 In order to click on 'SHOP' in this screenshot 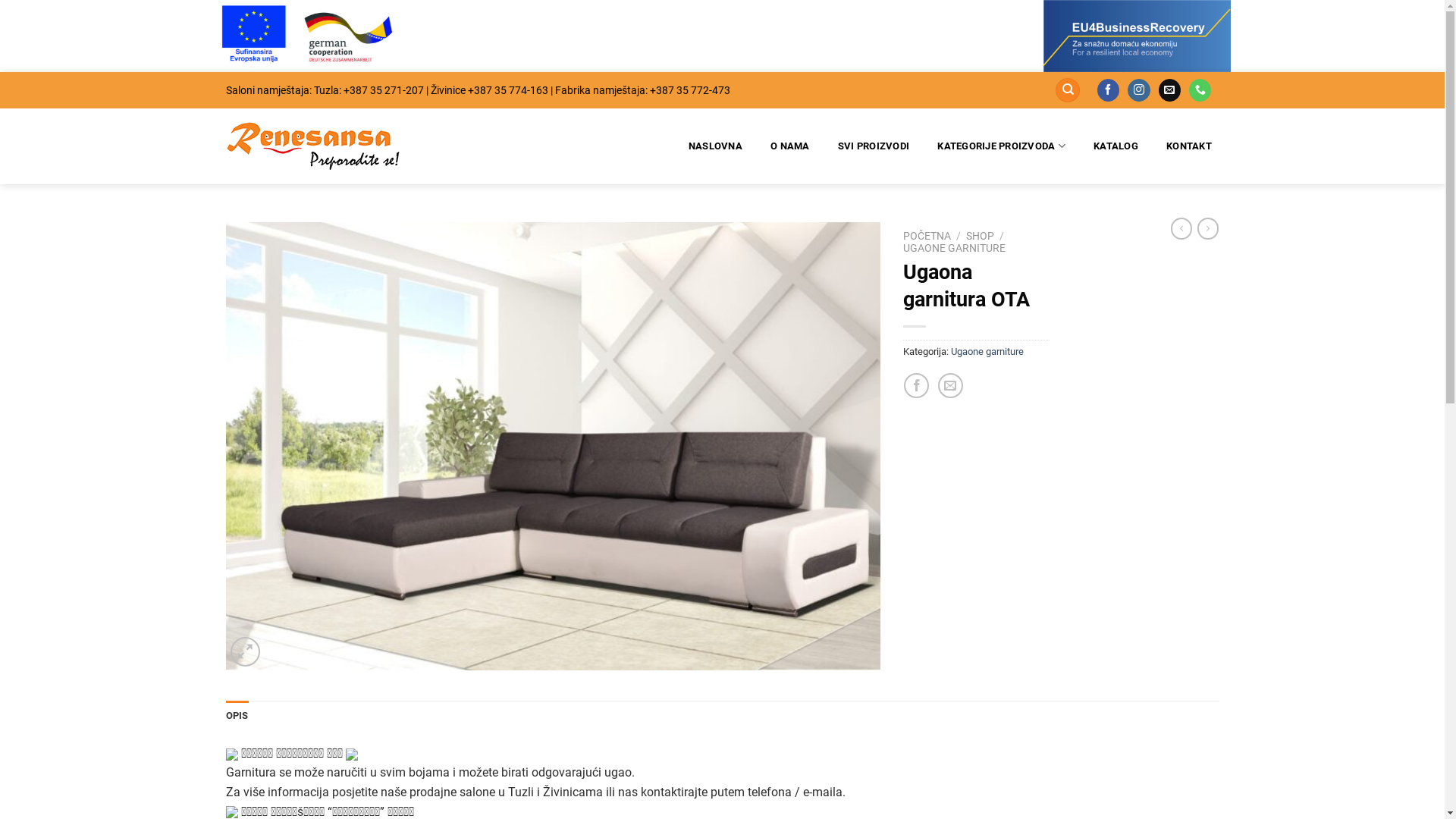, I will do `click(980, 236)`.